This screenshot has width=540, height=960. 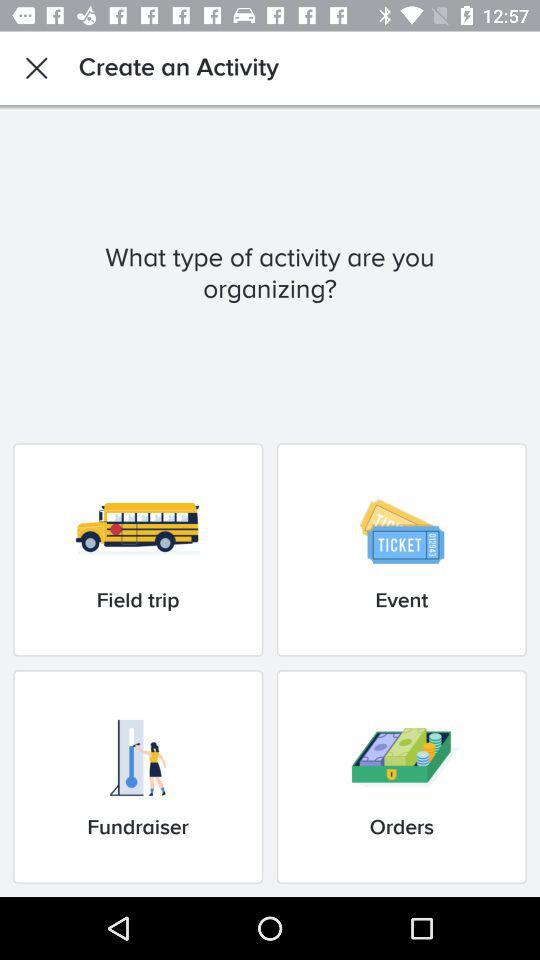 I want to click on item to the left of the event item, so click(x=137, y=549).